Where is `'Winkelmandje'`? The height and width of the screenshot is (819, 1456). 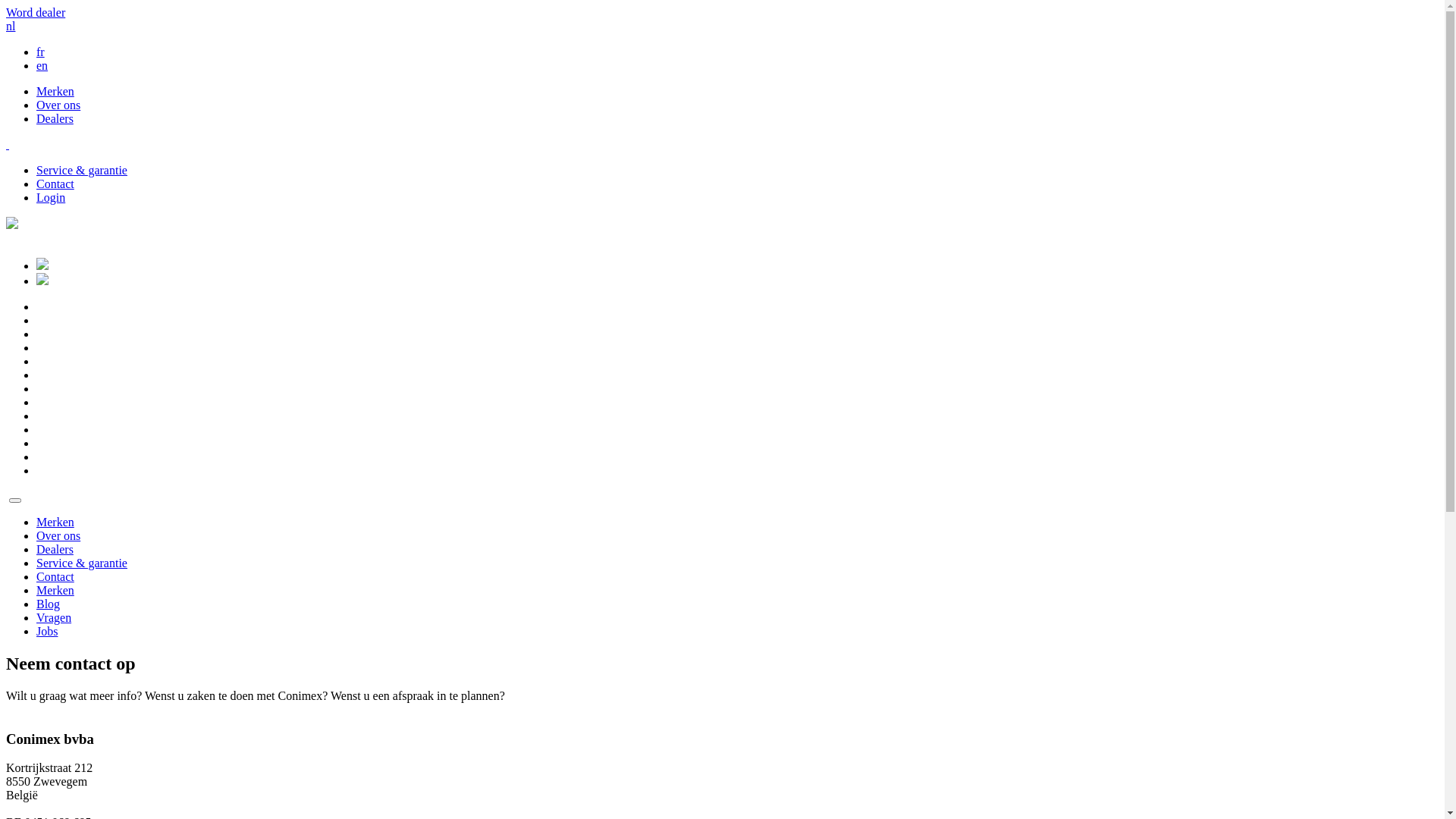 'Winkelmandje' is located at coordinates (42, 281).